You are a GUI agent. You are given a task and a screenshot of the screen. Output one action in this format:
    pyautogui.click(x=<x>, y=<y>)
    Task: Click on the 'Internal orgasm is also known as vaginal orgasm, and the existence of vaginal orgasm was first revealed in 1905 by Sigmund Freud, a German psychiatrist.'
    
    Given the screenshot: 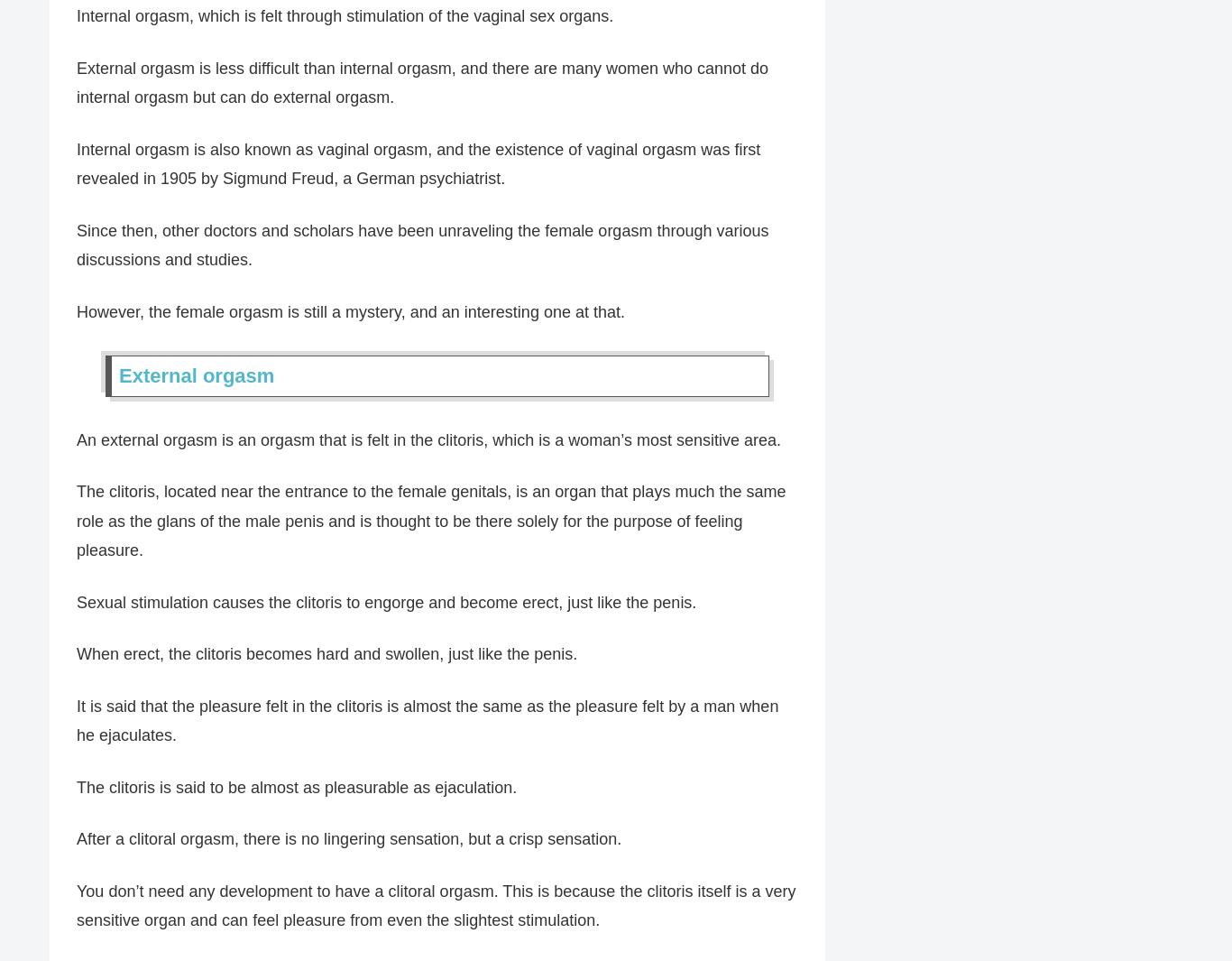 What is the action you would take?
    pyautogui.click(x=418, y=162)
    